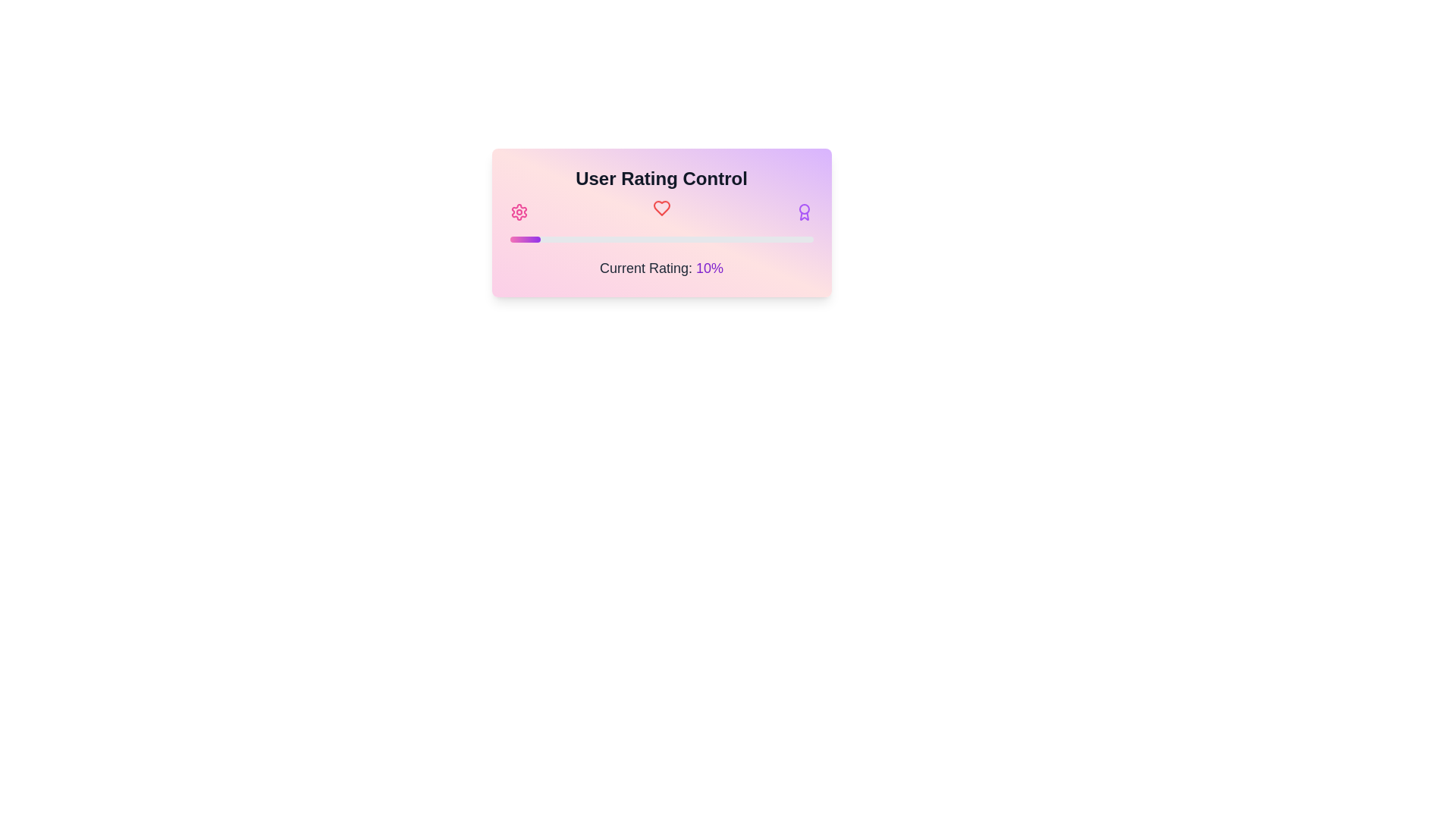 The height and width of the screenshot is (819, 1456). I want to click on the heart-shaped icon with a red color fill, which is animated and positioned under the title 'User Rating Control', so click(661, 210).